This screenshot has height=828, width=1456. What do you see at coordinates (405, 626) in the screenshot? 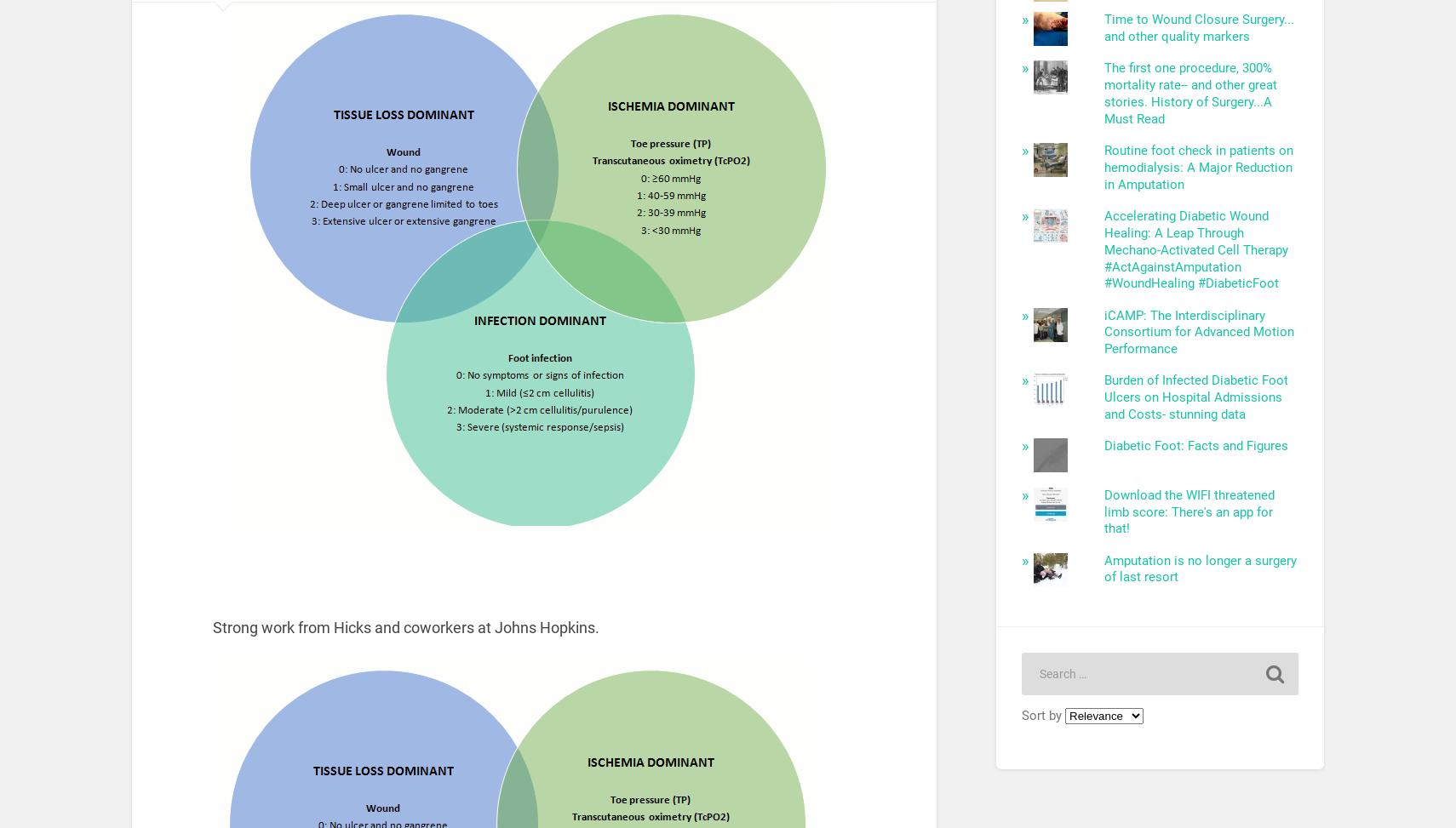
I see `'Strong work from Hicks and coworkers at Johns Hopkins.'` at bounding box center [405, 626].